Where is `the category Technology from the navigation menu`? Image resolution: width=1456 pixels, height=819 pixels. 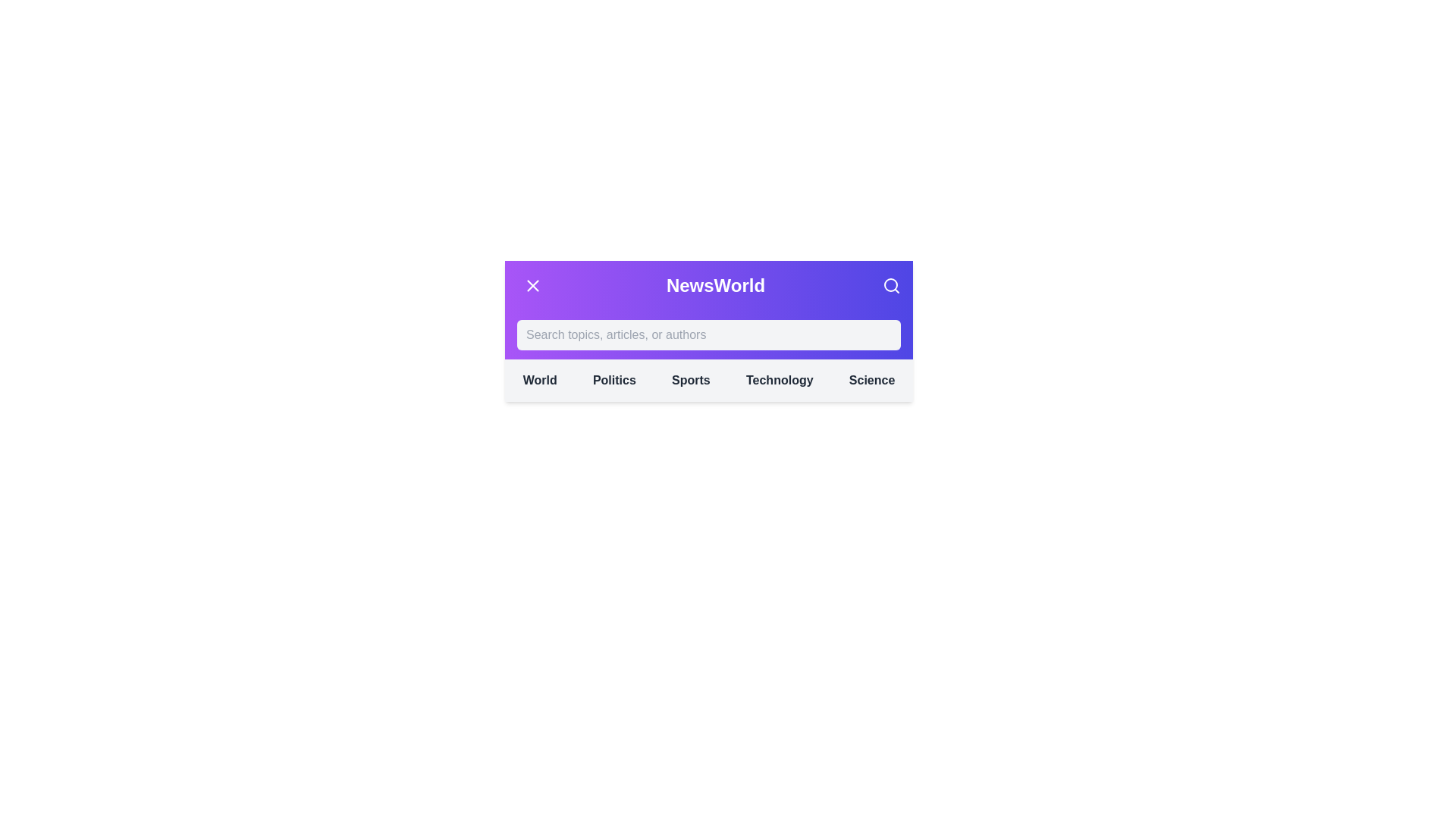
the category Technology from the navigation menu is located at coordinates (779, 379).